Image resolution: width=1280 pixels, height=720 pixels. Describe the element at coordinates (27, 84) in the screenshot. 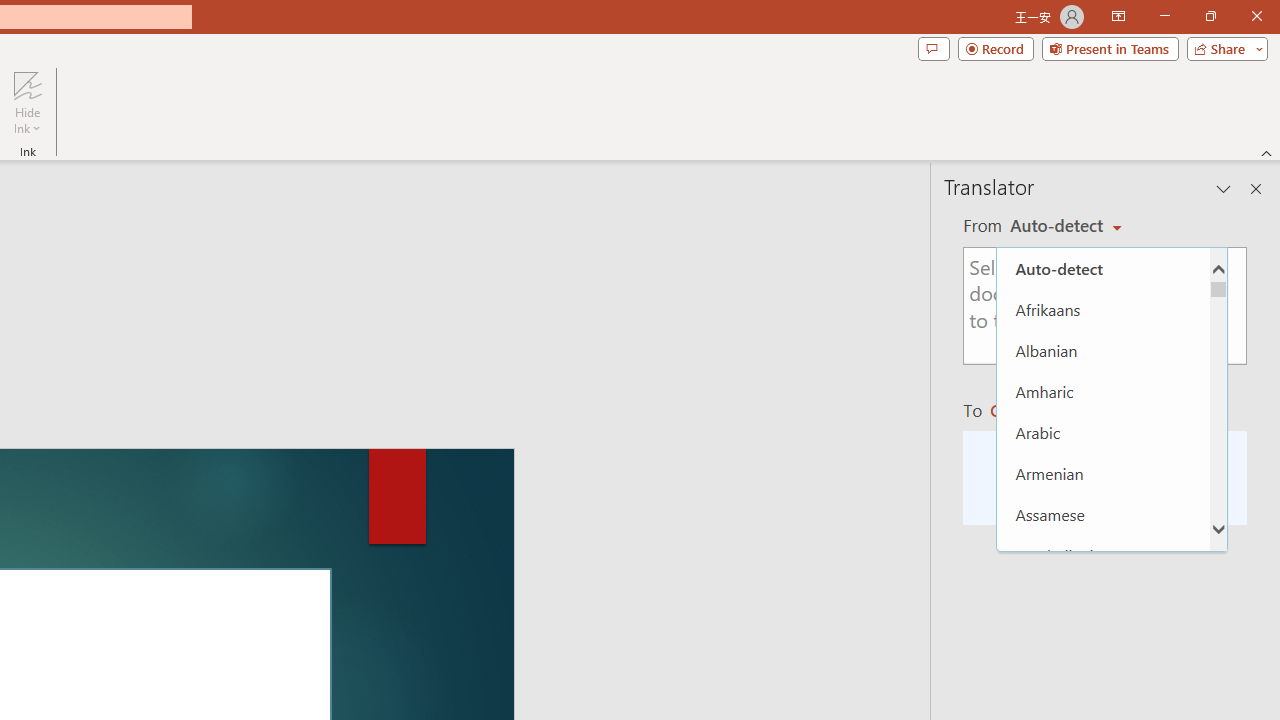

I see `'Hide Ink'` at that location.